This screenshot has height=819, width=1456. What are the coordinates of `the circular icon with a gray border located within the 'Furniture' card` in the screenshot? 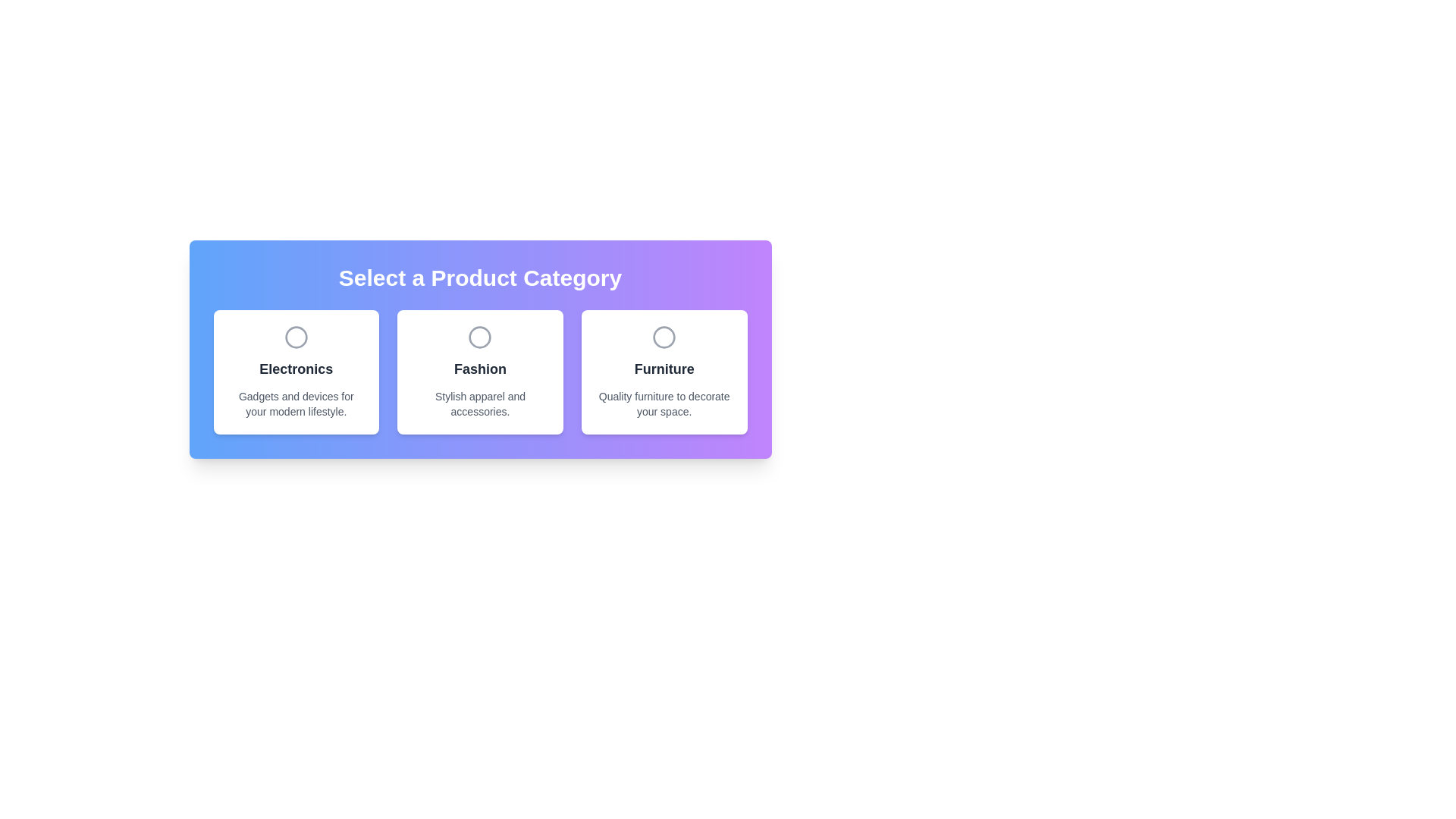 It's located at (664, 336).